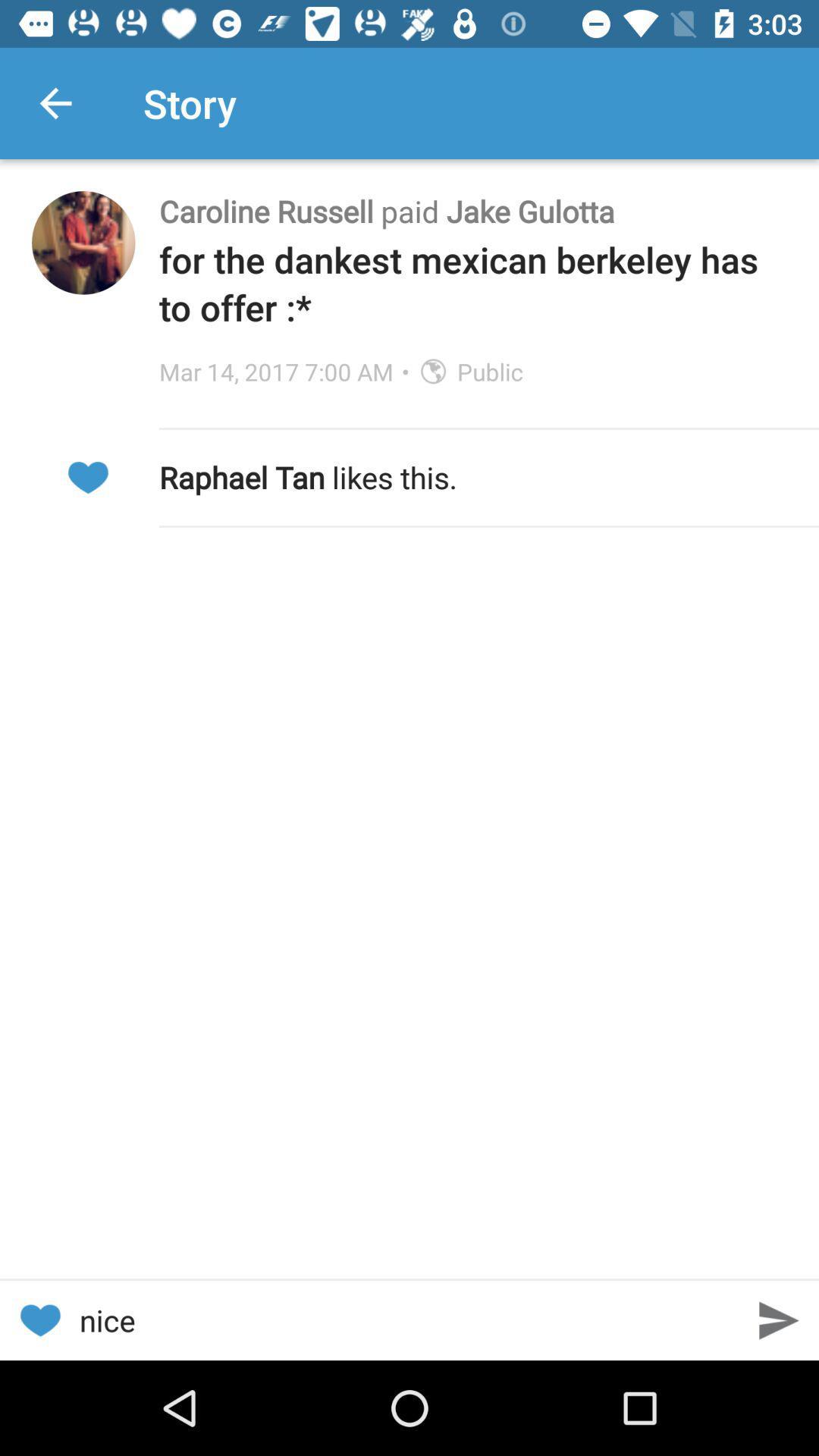 This screenshot has height=1456, width=819. I want to click on the send icon, so click(779, 1319).